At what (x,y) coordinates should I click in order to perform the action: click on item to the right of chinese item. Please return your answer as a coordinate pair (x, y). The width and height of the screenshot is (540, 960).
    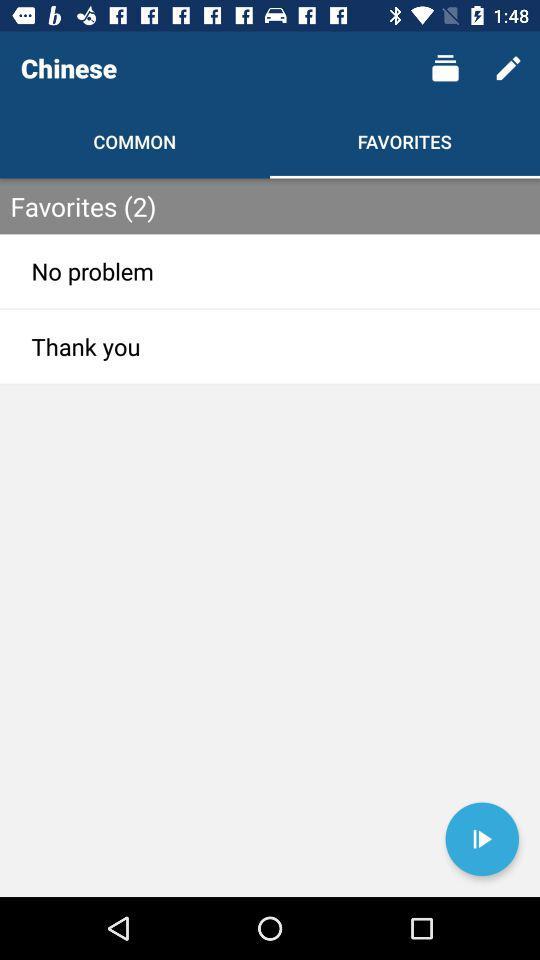
    Looking at the image, I should click on (445, 68).